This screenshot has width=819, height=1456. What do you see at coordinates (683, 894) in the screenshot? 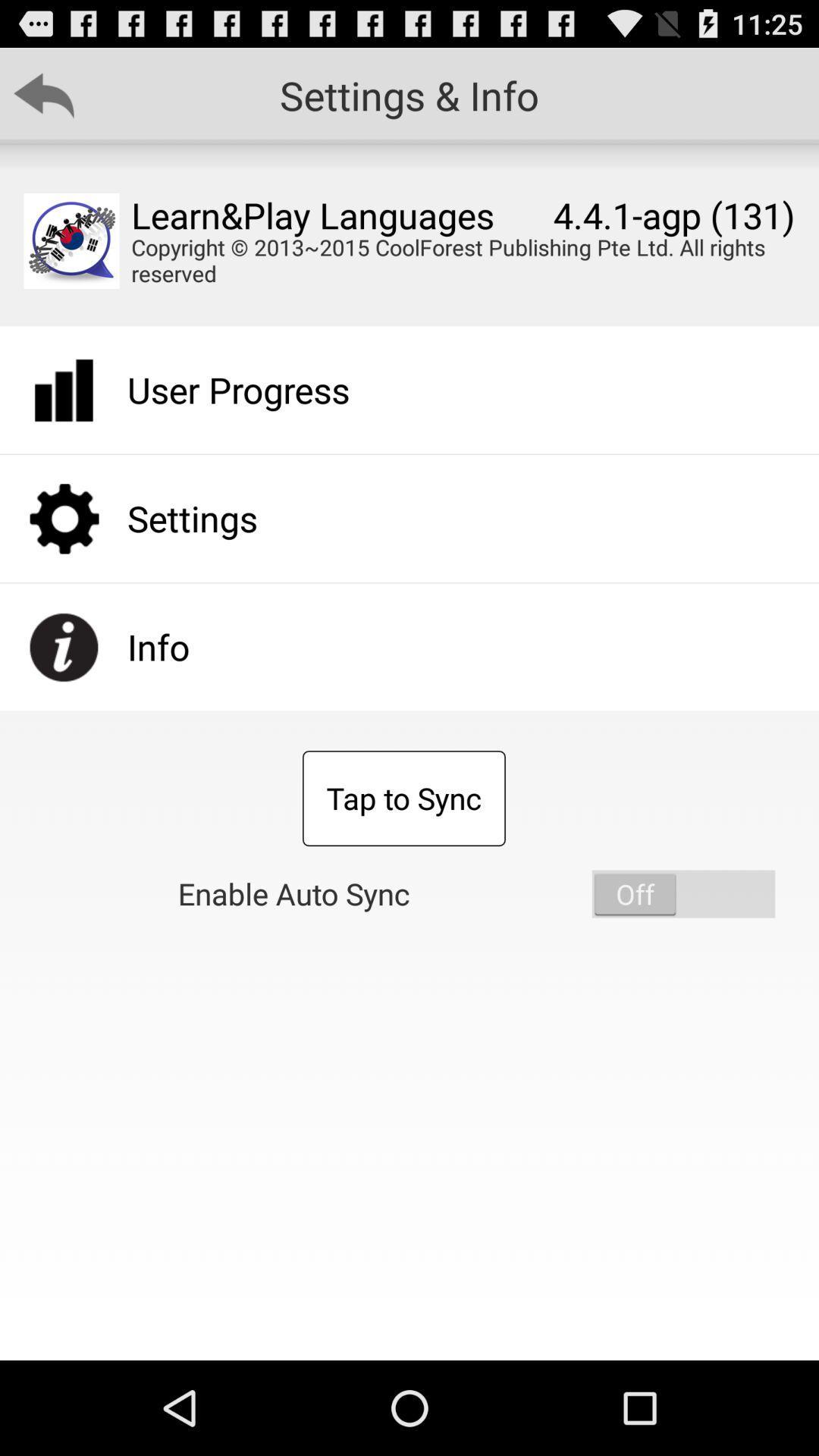
I see `turn off auto sync` at bounding box center [683, 894].